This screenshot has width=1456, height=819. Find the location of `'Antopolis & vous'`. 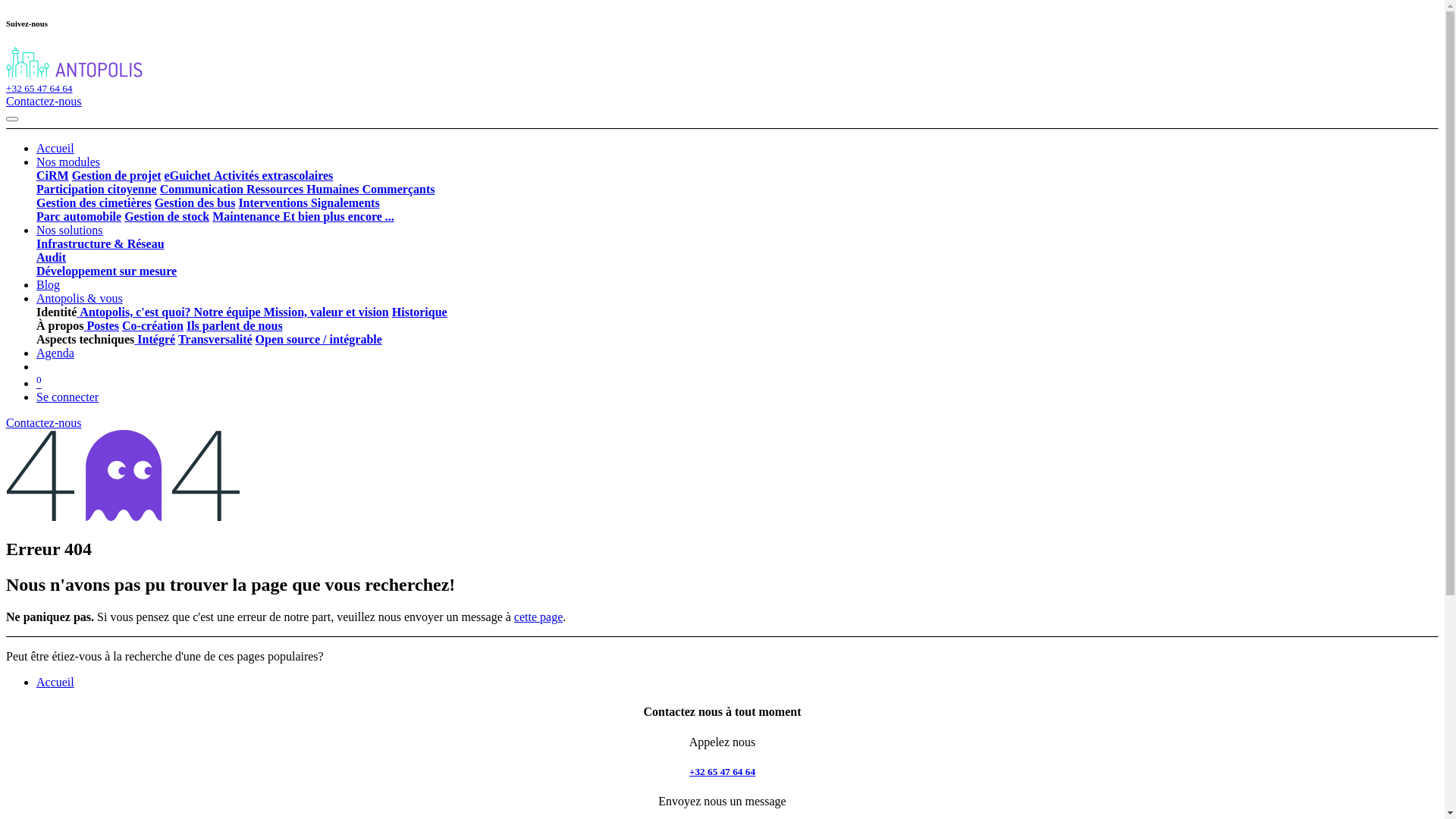

'Antopolis & vous' is located at coordinates (79, 298).